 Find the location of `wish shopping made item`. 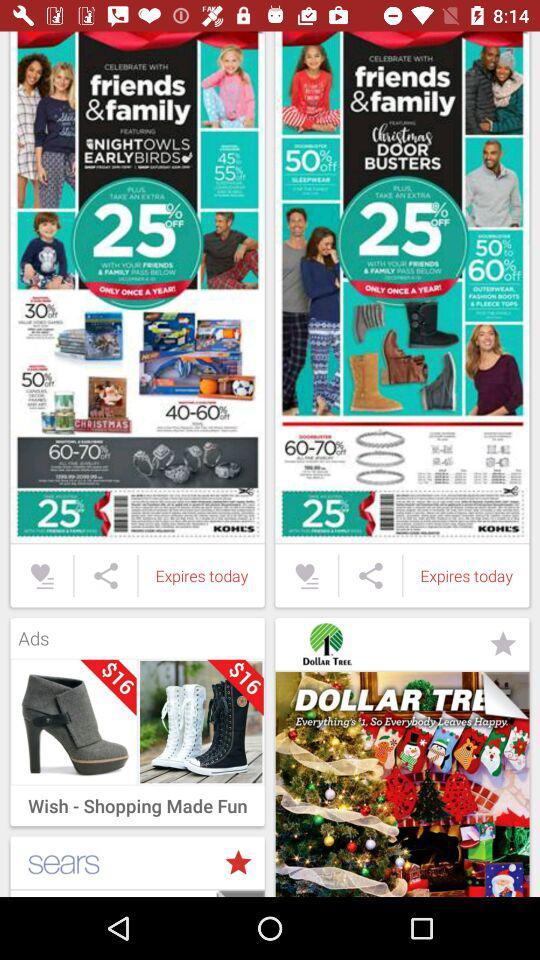

wish shopping made item is located at coordinates (136, 801).